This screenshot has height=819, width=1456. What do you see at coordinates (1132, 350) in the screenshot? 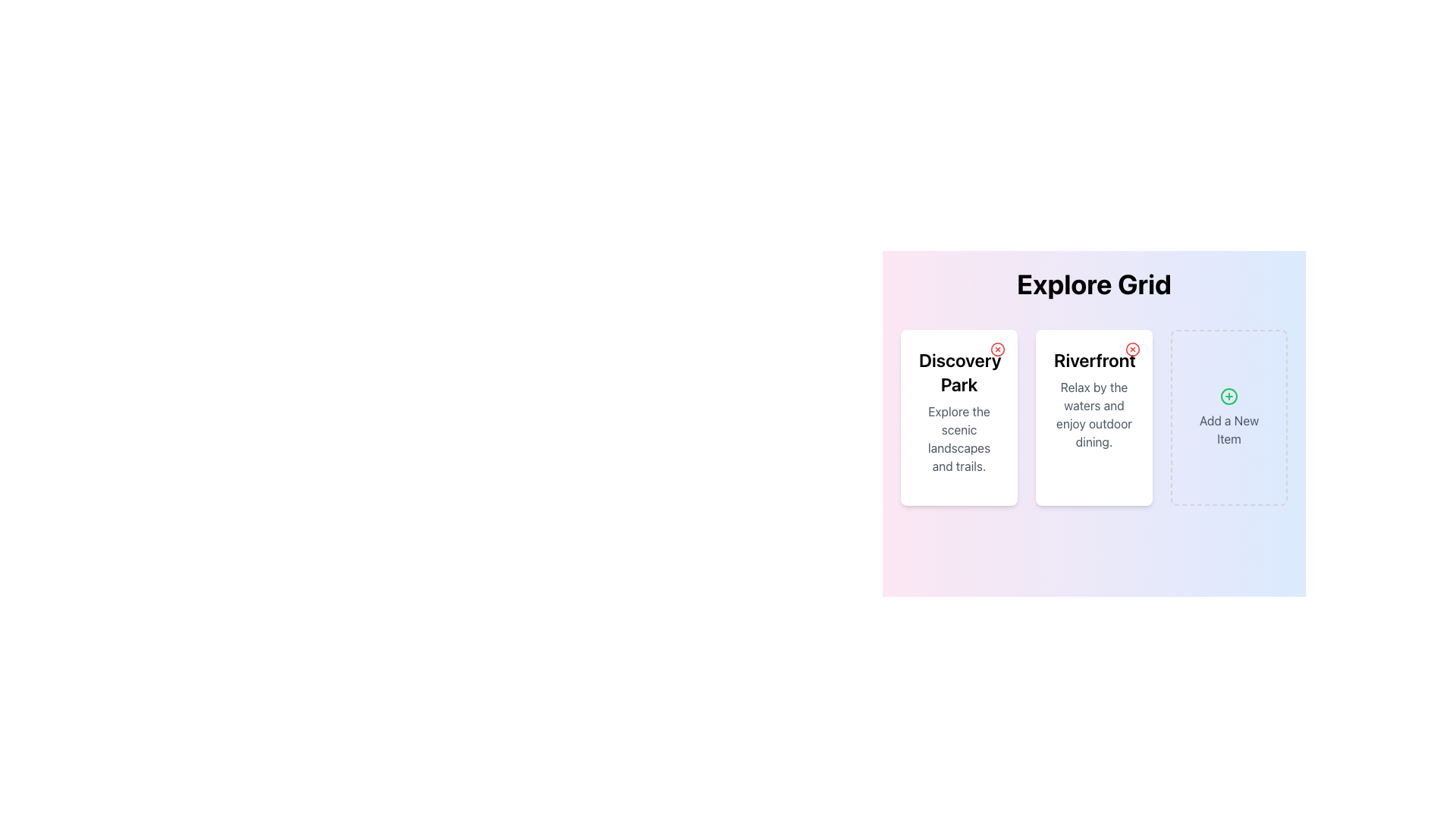
I see `the circular icon located at the top-right of the 'Riverfront' card, which signifies edit or delete operations` at bounding box center [1132, 350].